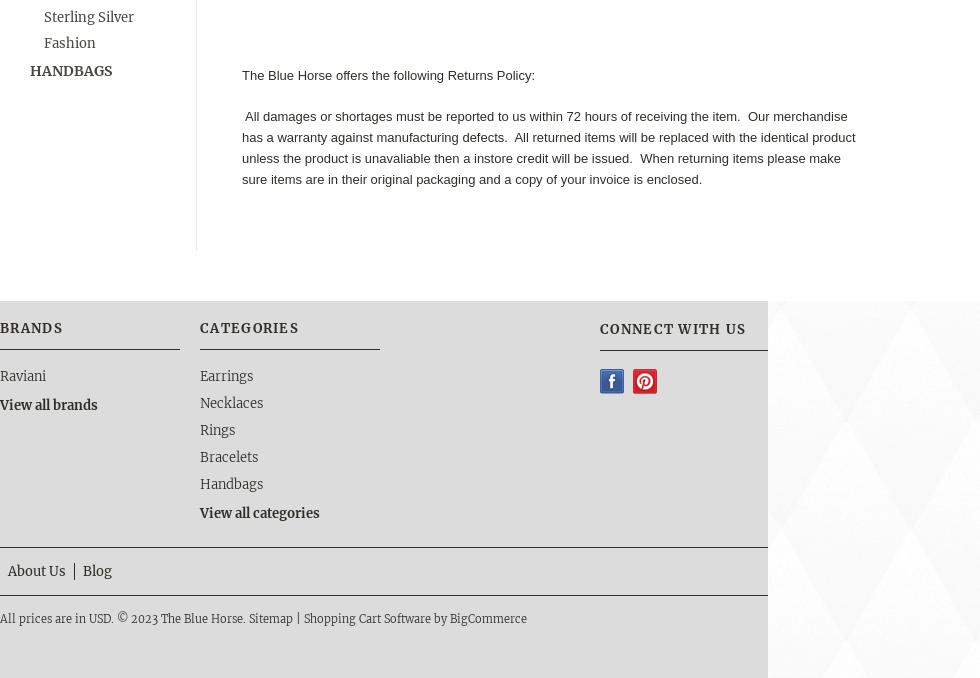 This screenshot has width=980, height=678. What do you see at coordinates (241, 145) in the screenshot?
I see `'All damages or shortages must be reported to us within 72 hours of receiving the item.  Our merchandise has a warranty against manufacturing defects.  All returned items will be replaced with the identical product unless the product is unavaliable then a instore credit will be issued.  When returning items please make sure items are in their original packaging and a copy of your invoice is enclosed.'` at bounding box center [241, 145].